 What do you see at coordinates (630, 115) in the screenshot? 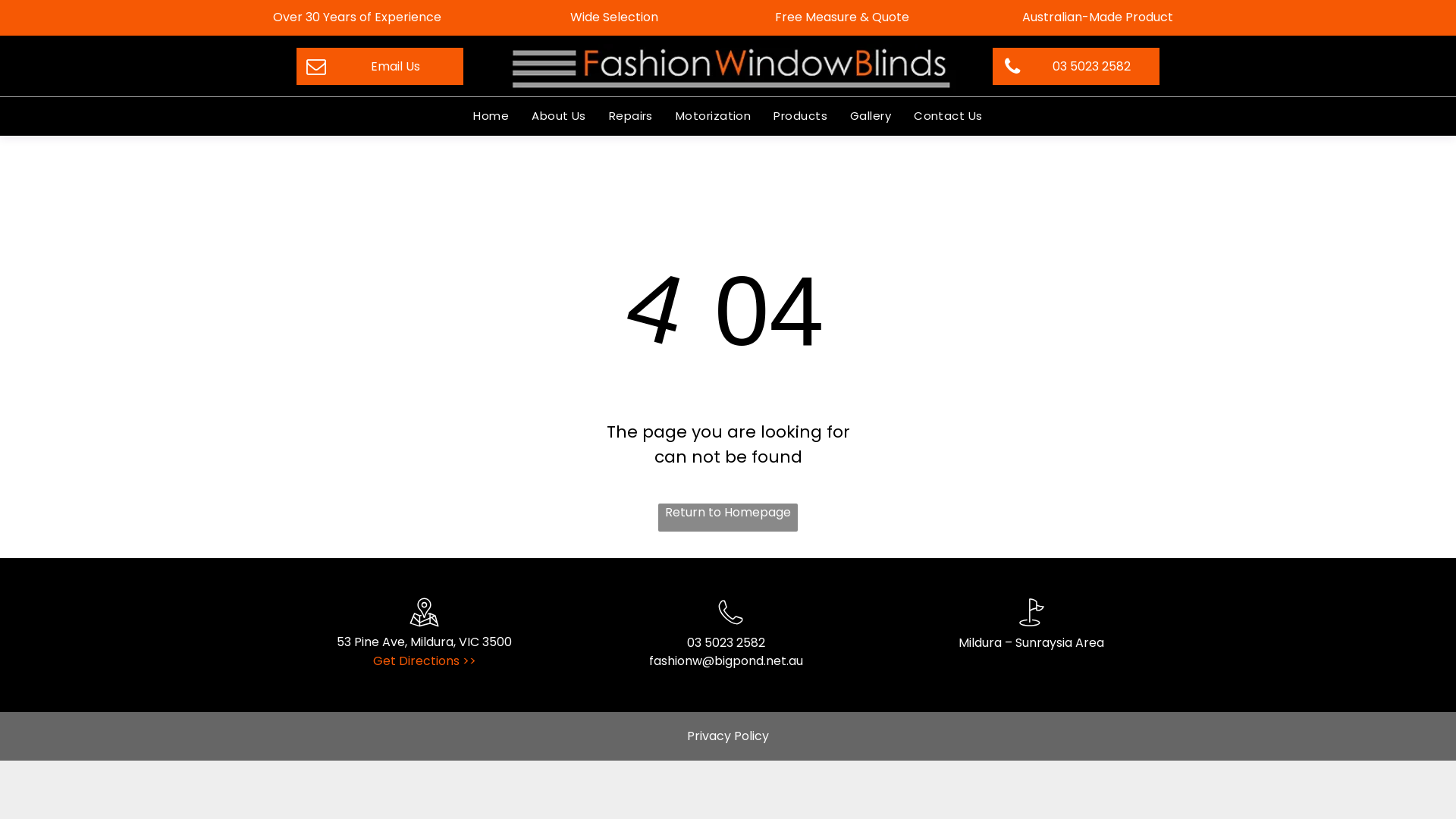
I see `'Repairs'` at bounding box center [630, 115].